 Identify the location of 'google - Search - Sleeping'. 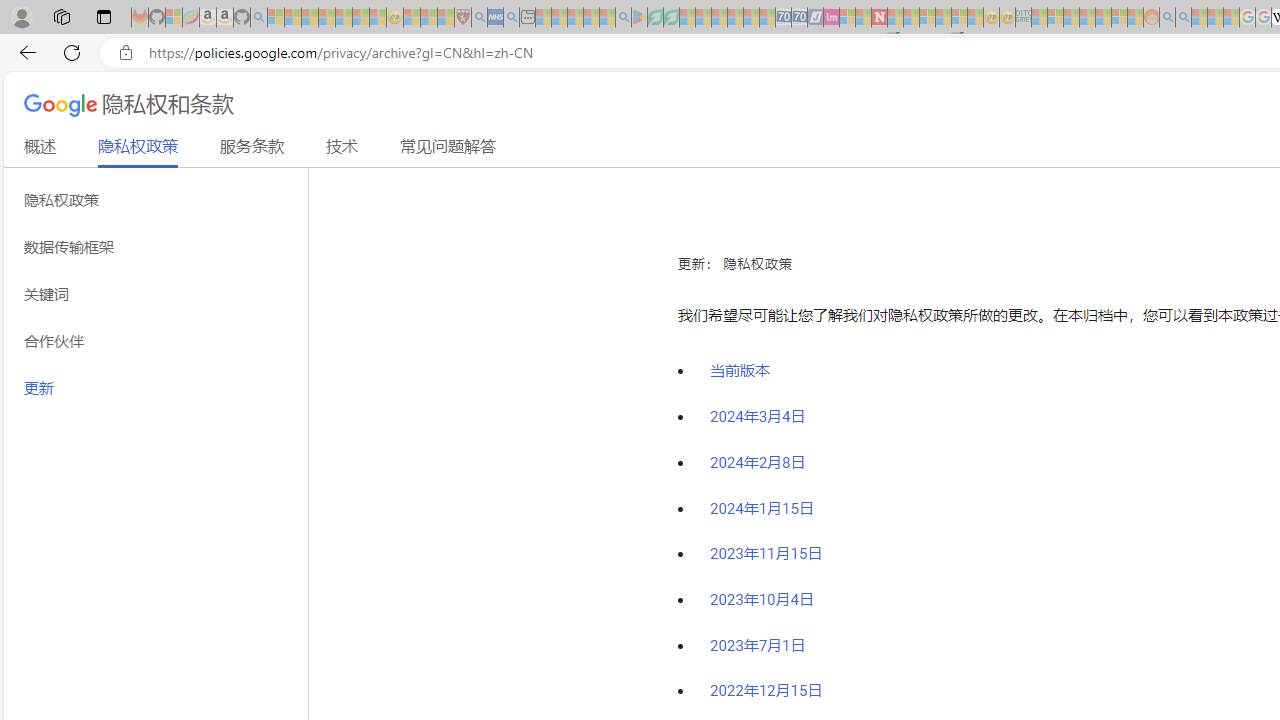
(622, 17).